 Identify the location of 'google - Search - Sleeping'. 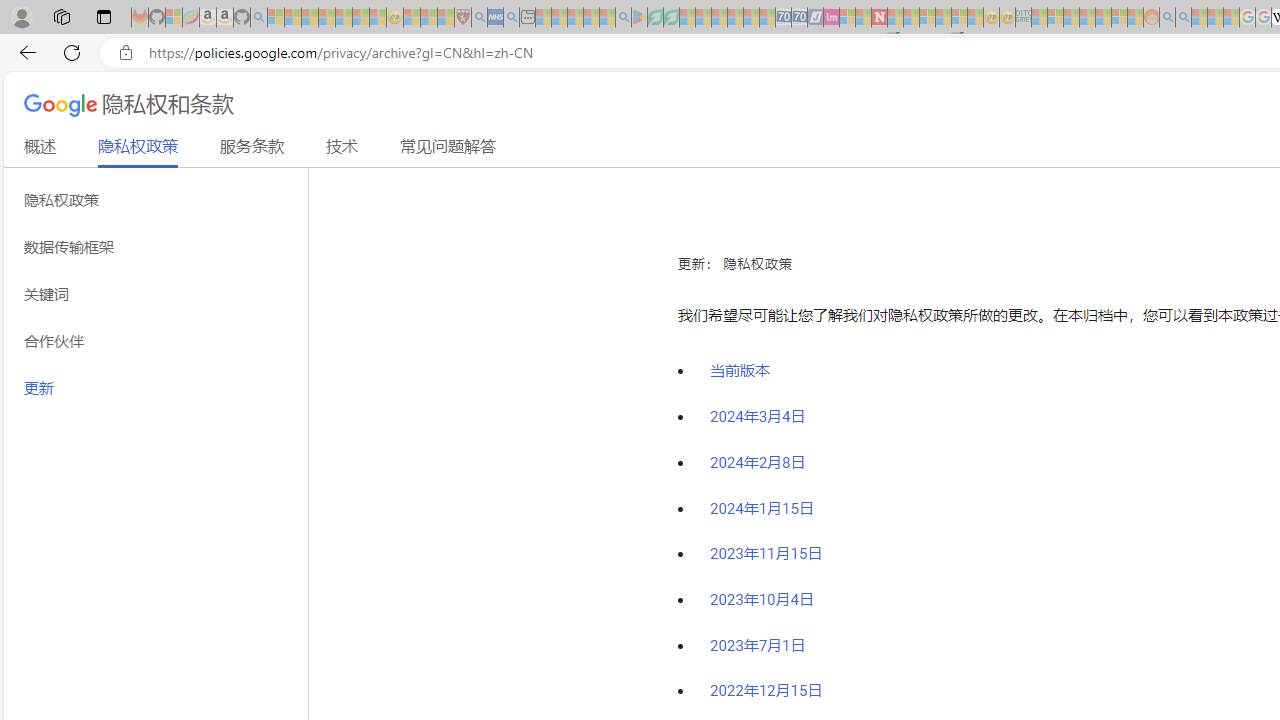
(622, 17).